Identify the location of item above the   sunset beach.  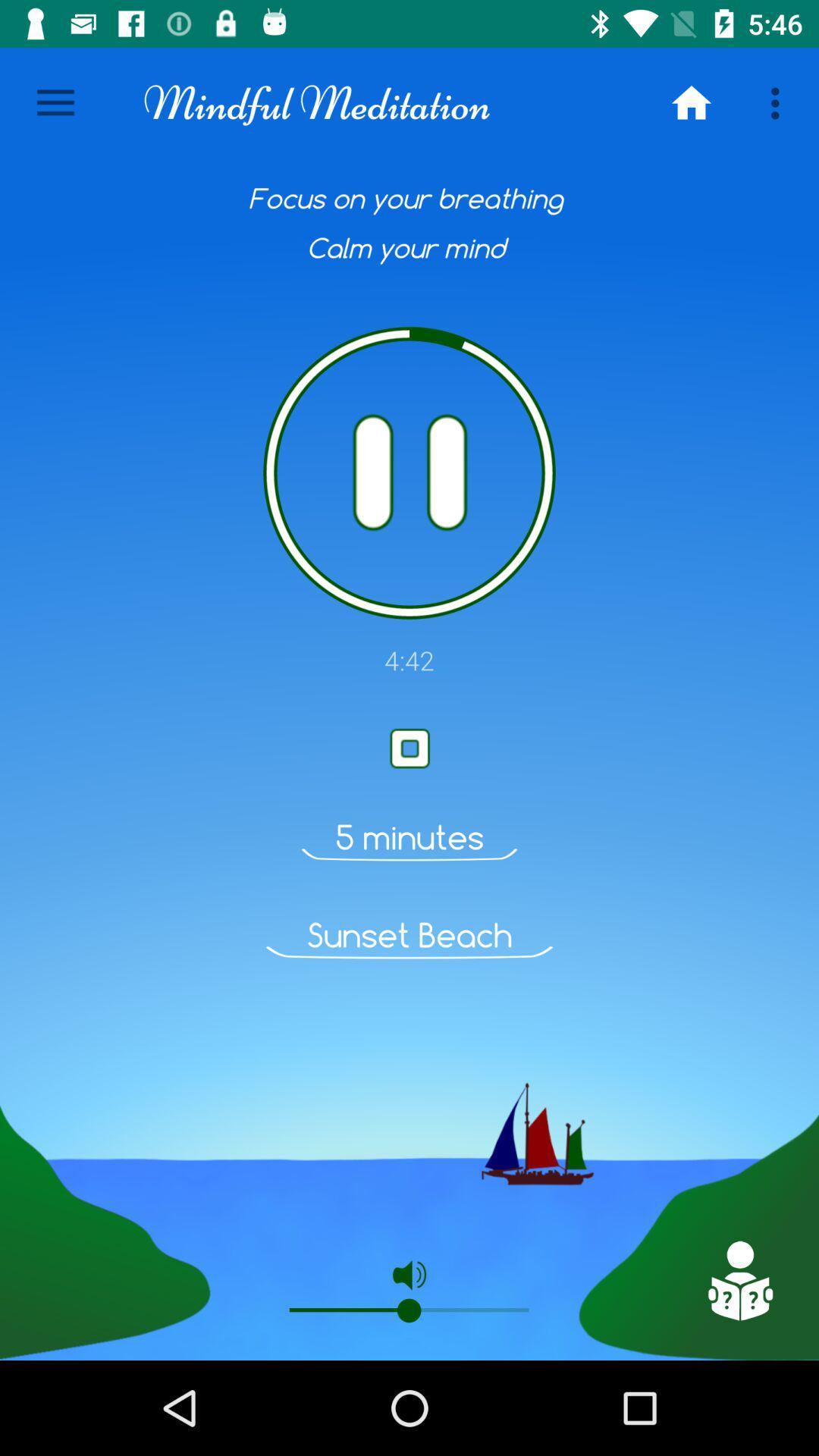
(409, 836).